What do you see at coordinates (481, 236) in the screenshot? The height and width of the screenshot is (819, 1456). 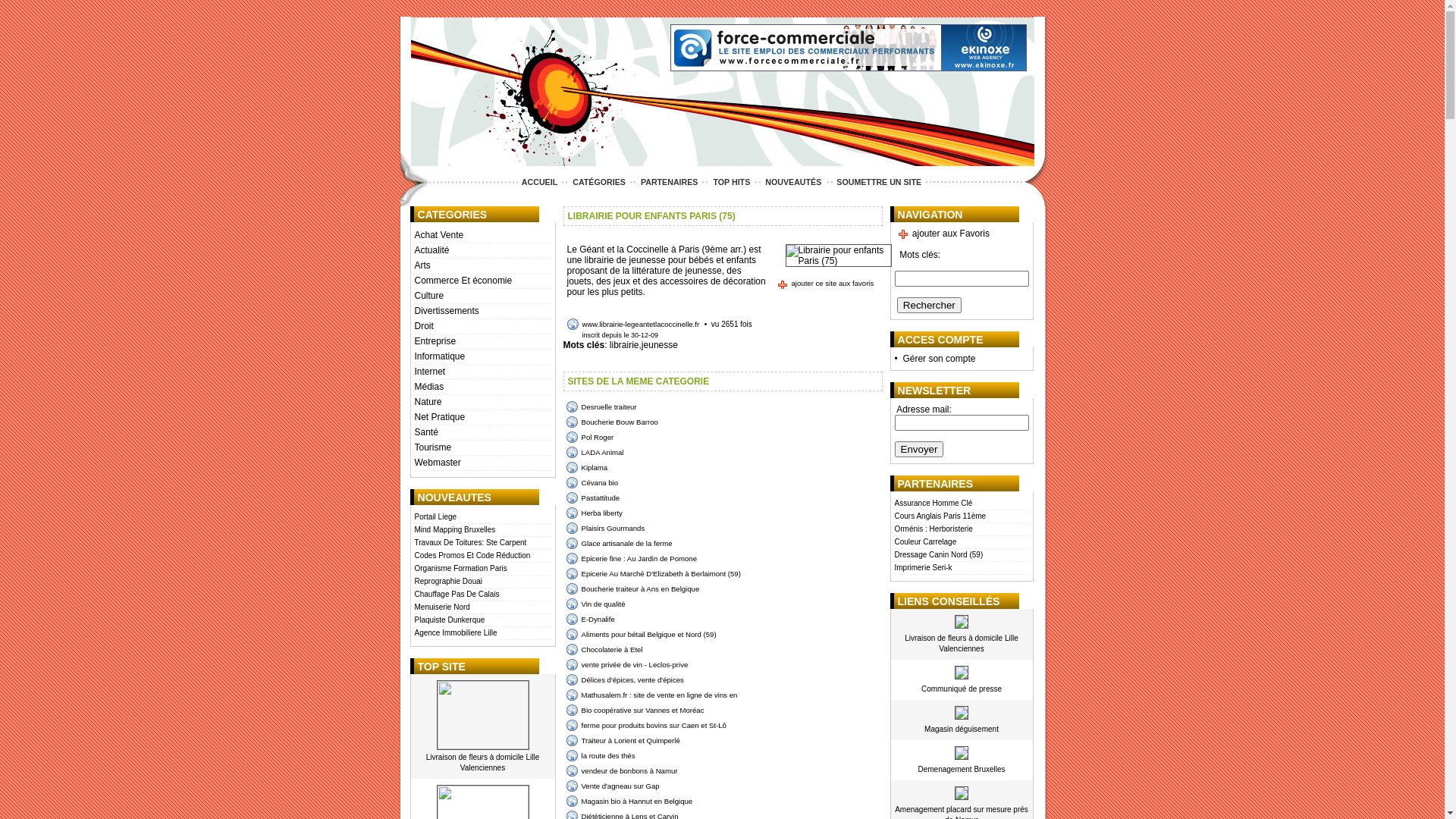 I see `'Achat Vente'` at bounding box center [481, 236].